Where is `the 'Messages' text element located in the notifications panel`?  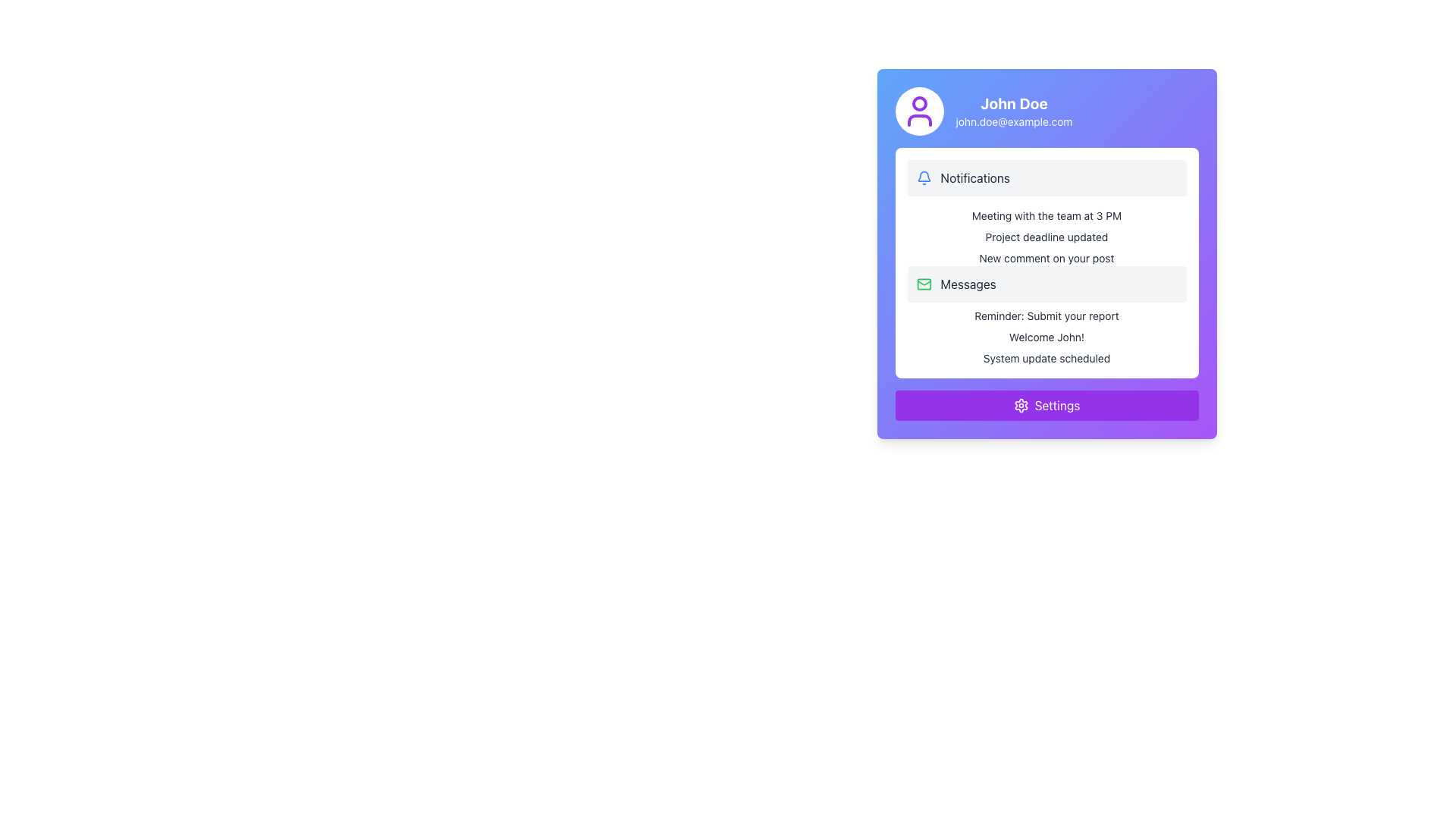 the 'Messages' text element located in the notifications panel is located at coordinates (968, 284).